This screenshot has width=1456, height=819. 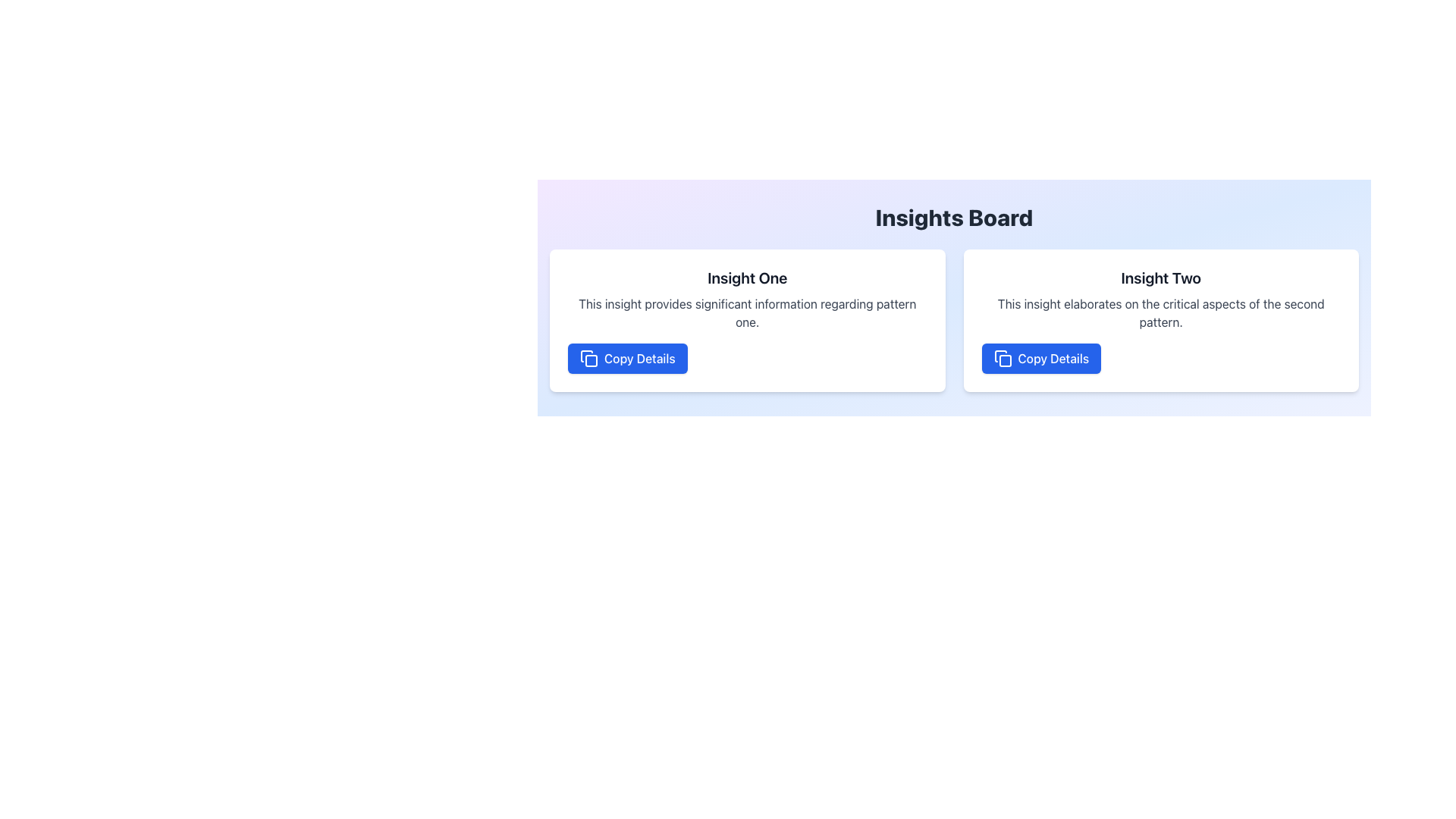 I want to click on the 'Copy Details' button with a blue background and white text located in the 'Insight Two' card, so click(x=1040, y=359).